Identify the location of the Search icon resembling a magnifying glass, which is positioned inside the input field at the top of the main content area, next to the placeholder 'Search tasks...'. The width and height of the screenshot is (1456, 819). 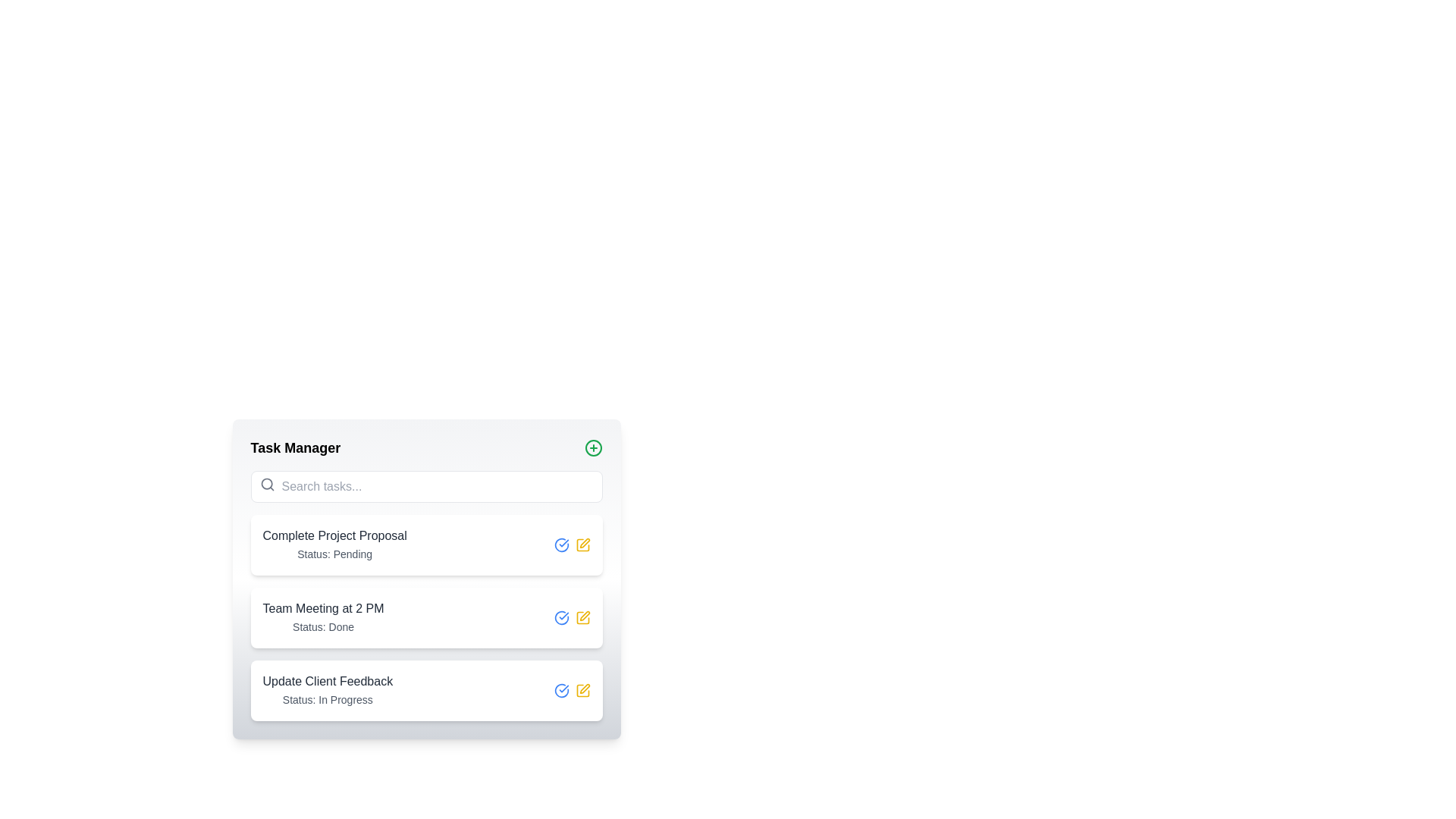
(267, 485).